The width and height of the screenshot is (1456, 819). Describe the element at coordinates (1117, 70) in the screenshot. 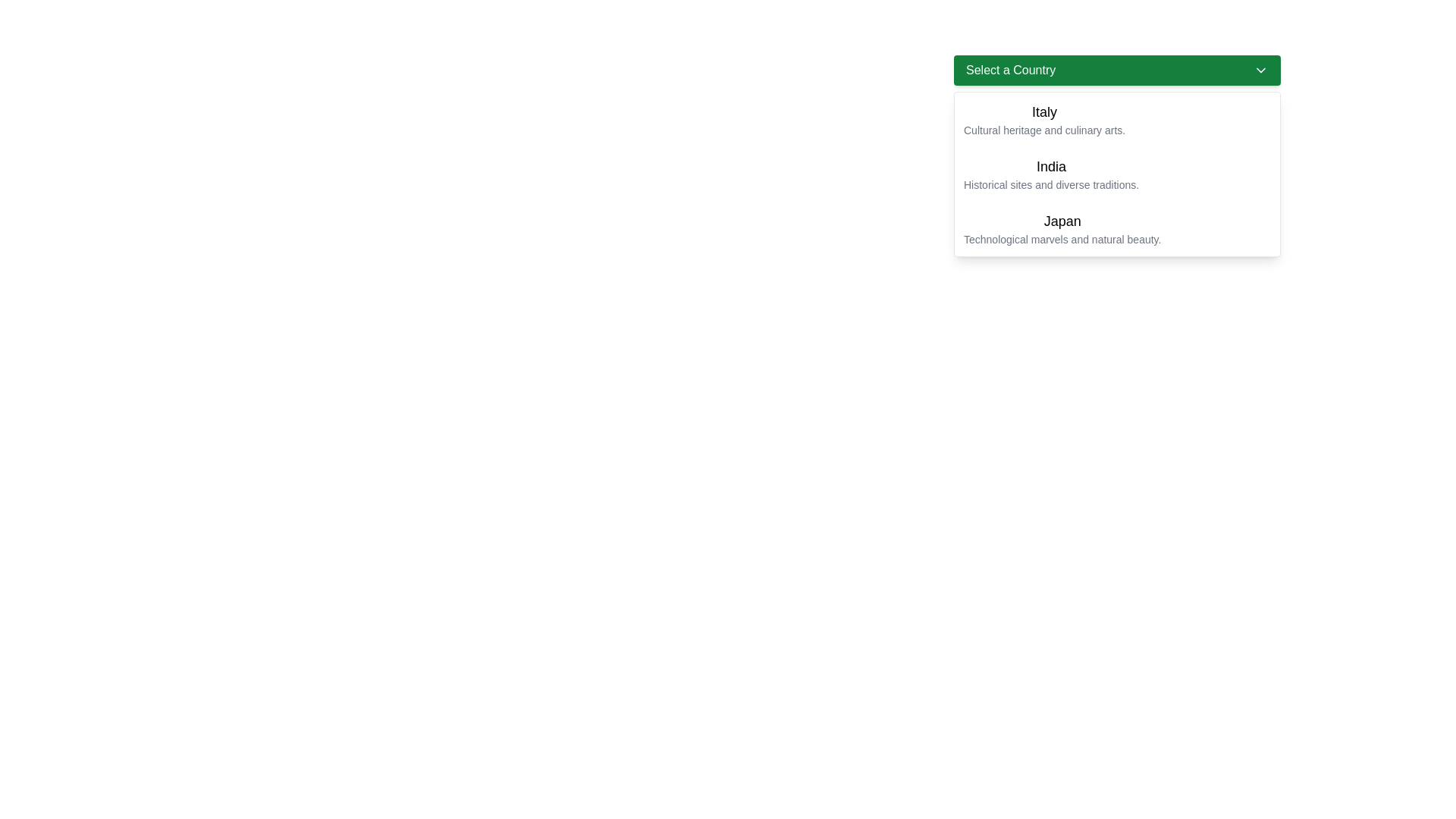

I see `the Dropdown button located near the top-center of the interface` at that location.